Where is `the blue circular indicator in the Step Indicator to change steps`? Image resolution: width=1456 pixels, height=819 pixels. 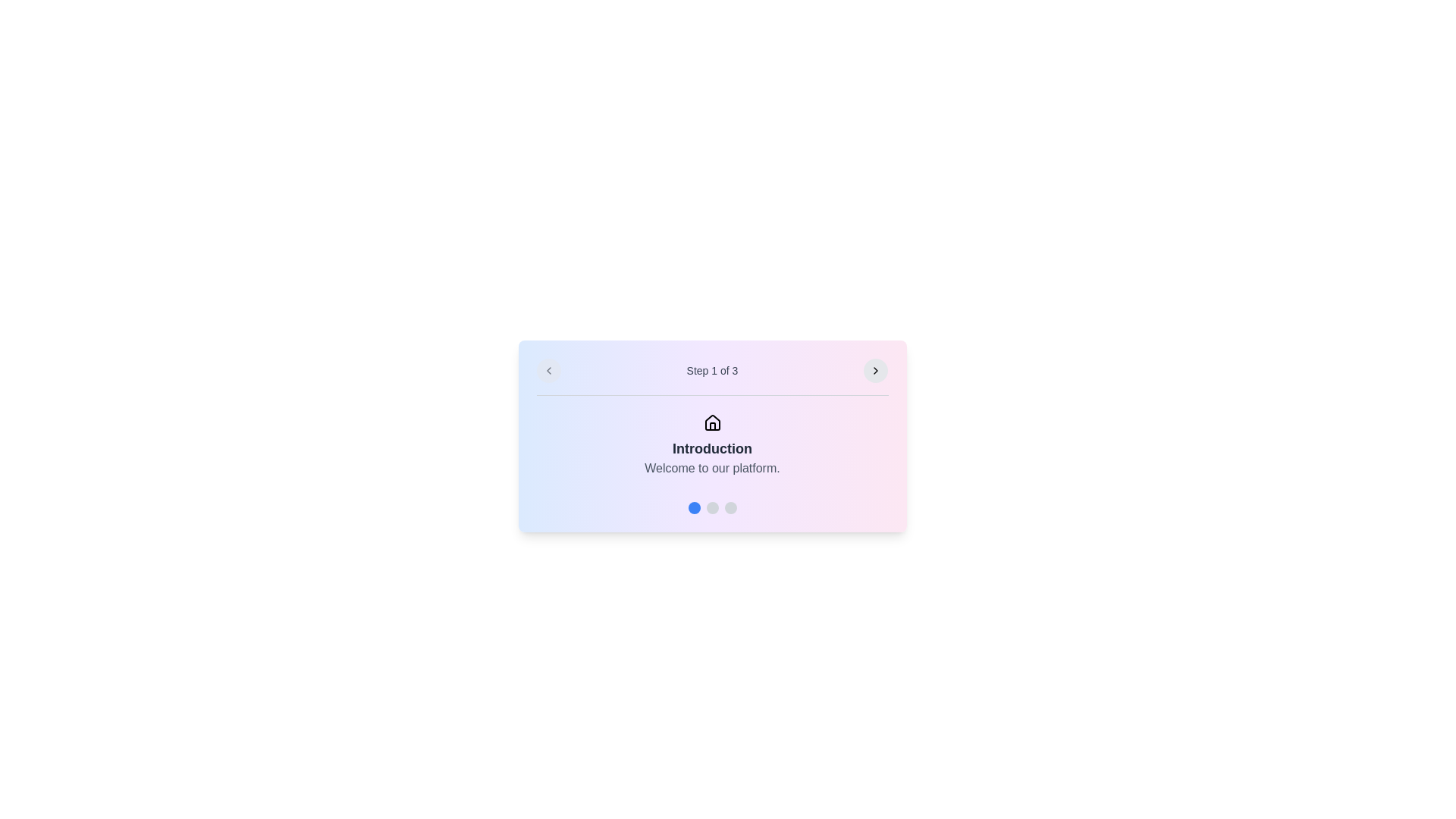
the blue circular indicator in the Step Indicator to change steps is located at coordinates (711, 502).